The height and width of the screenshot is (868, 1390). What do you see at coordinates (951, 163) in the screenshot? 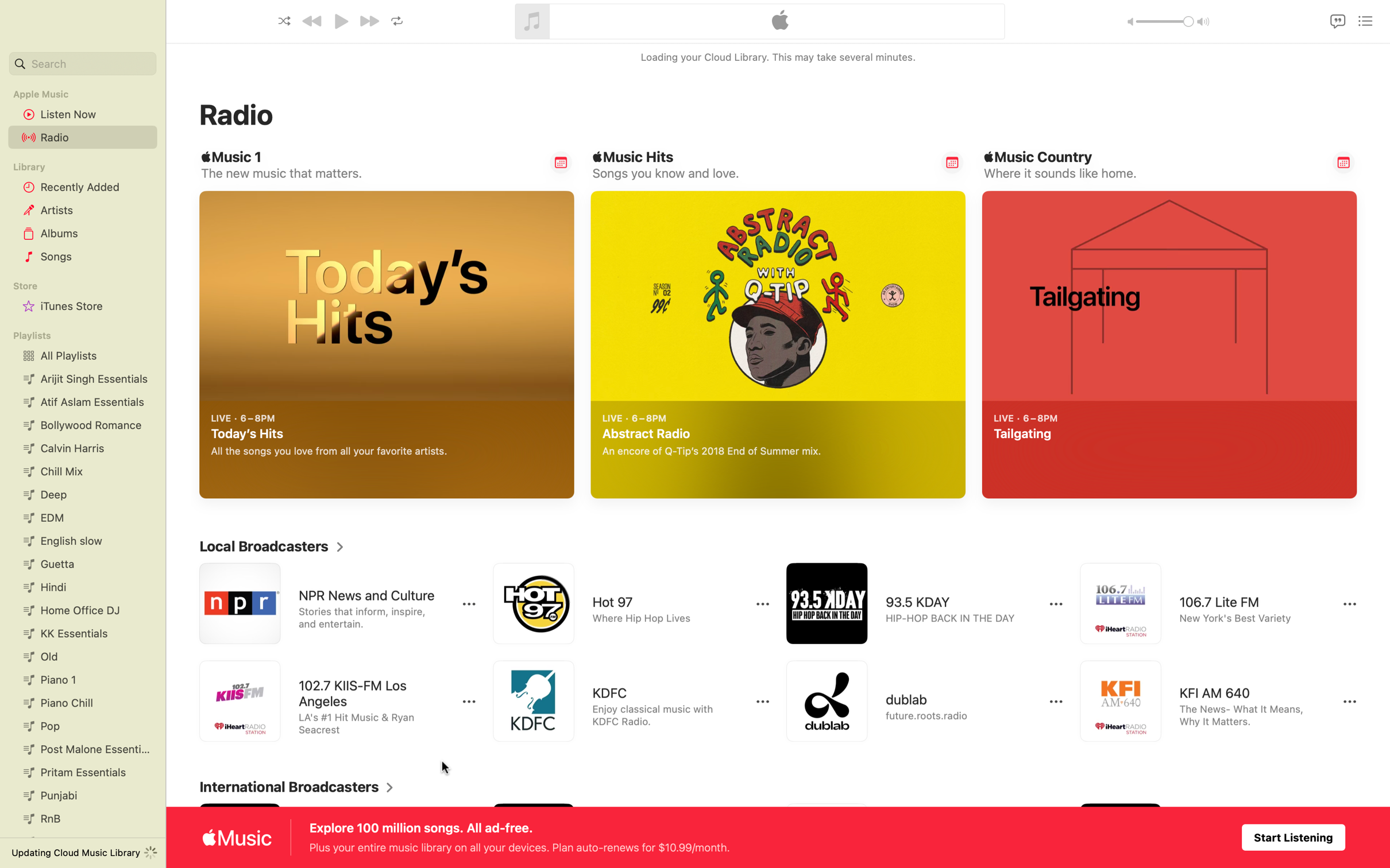
I see `Notify me about Top Music Tracks` at bounding box center [951, 163].